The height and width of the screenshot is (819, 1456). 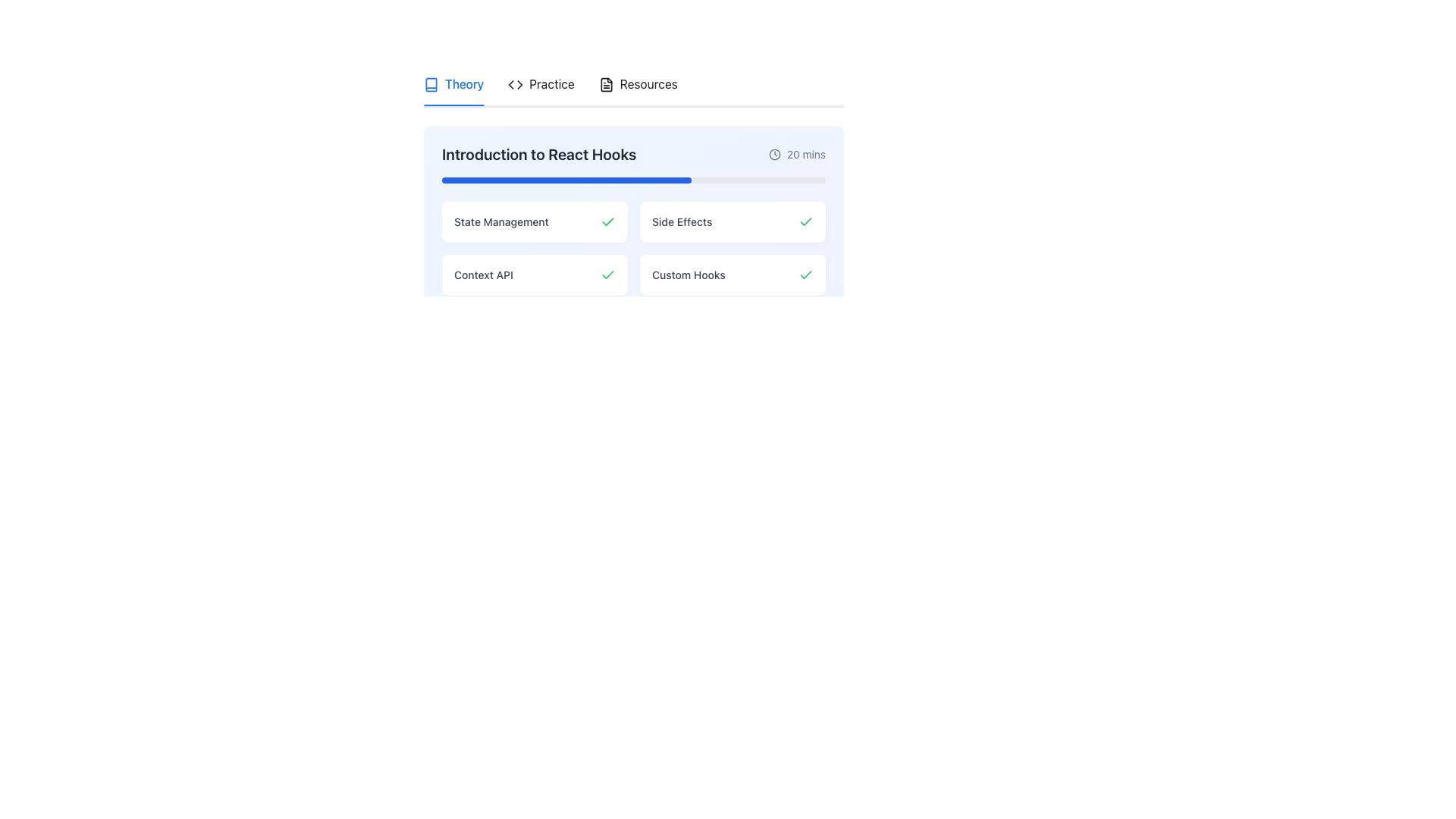 What do you see at coordinates (431, 84) in the screenshot?
I see `the decorative SVG element that represents the left page-like region of the book icon, located immediately before the navigation tab labeled 'Theory'` at bounding box center [431, 84].